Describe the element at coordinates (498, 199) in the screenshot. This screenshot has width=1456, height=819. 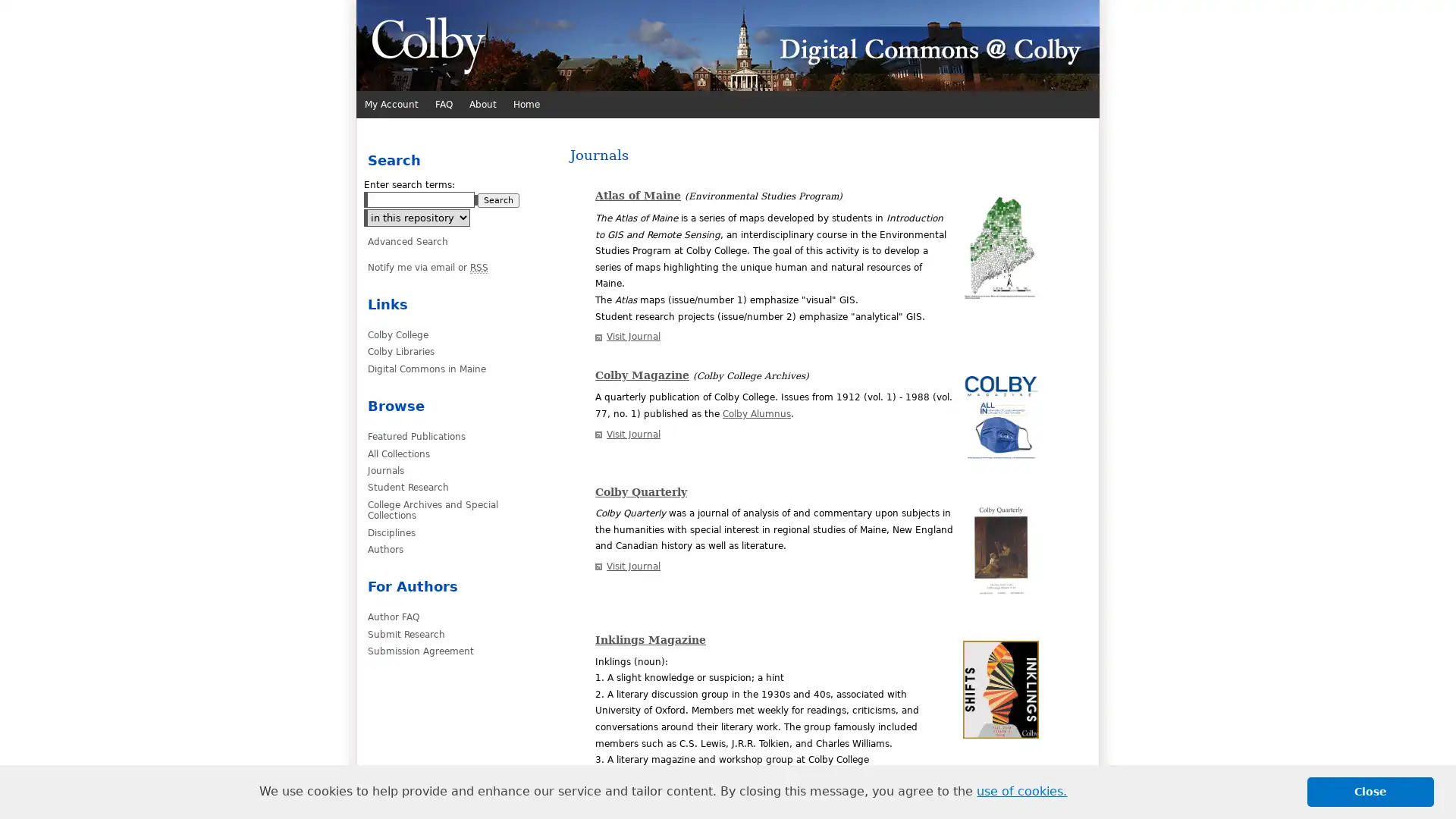
I see `Search` at that location.